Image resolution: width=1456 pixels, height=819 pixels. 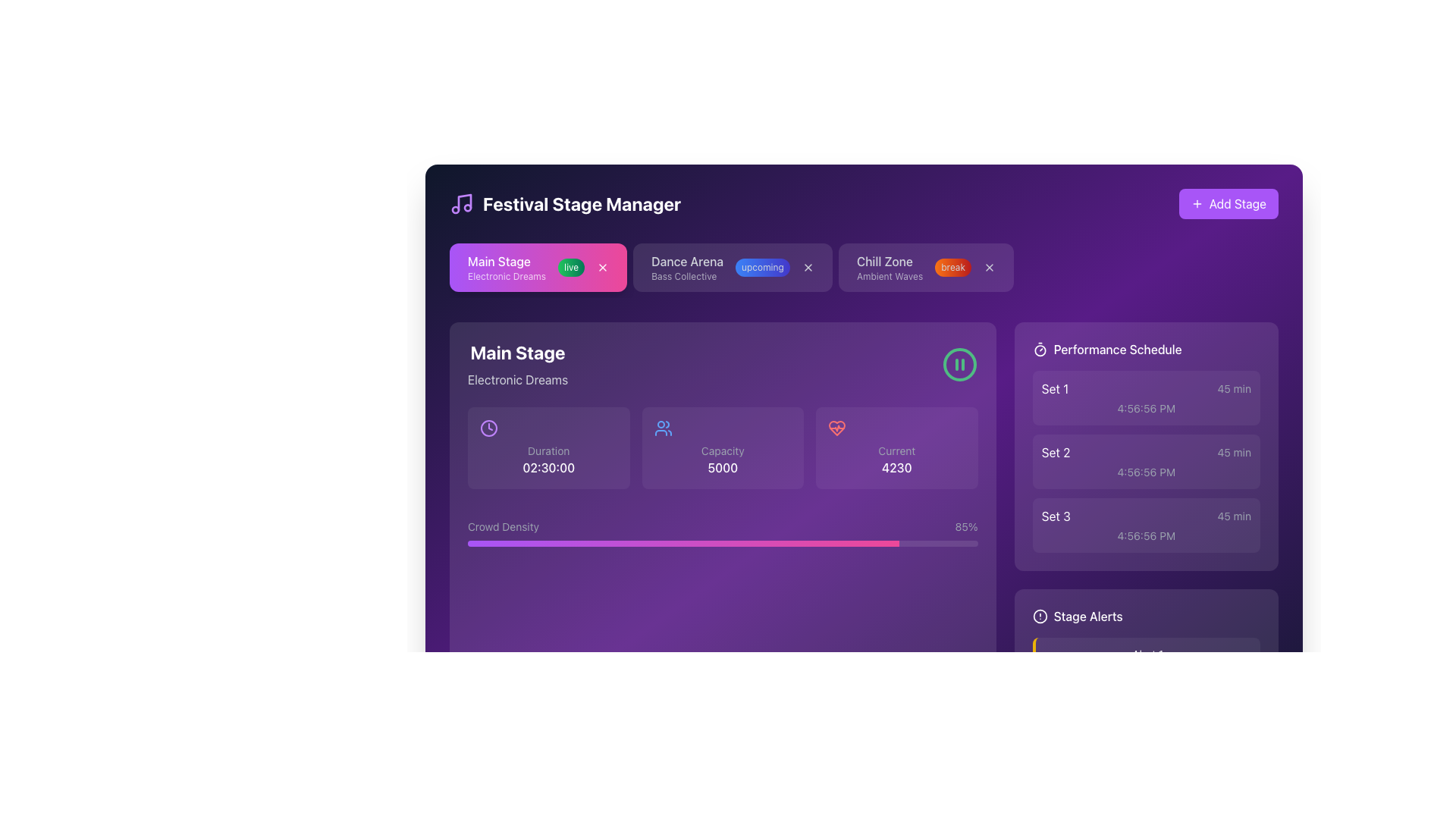 I want to click on the first schedule entry in the 'Performance Schedule' area, which displays information about a specific time block or event, so click(x=1146, y=397).